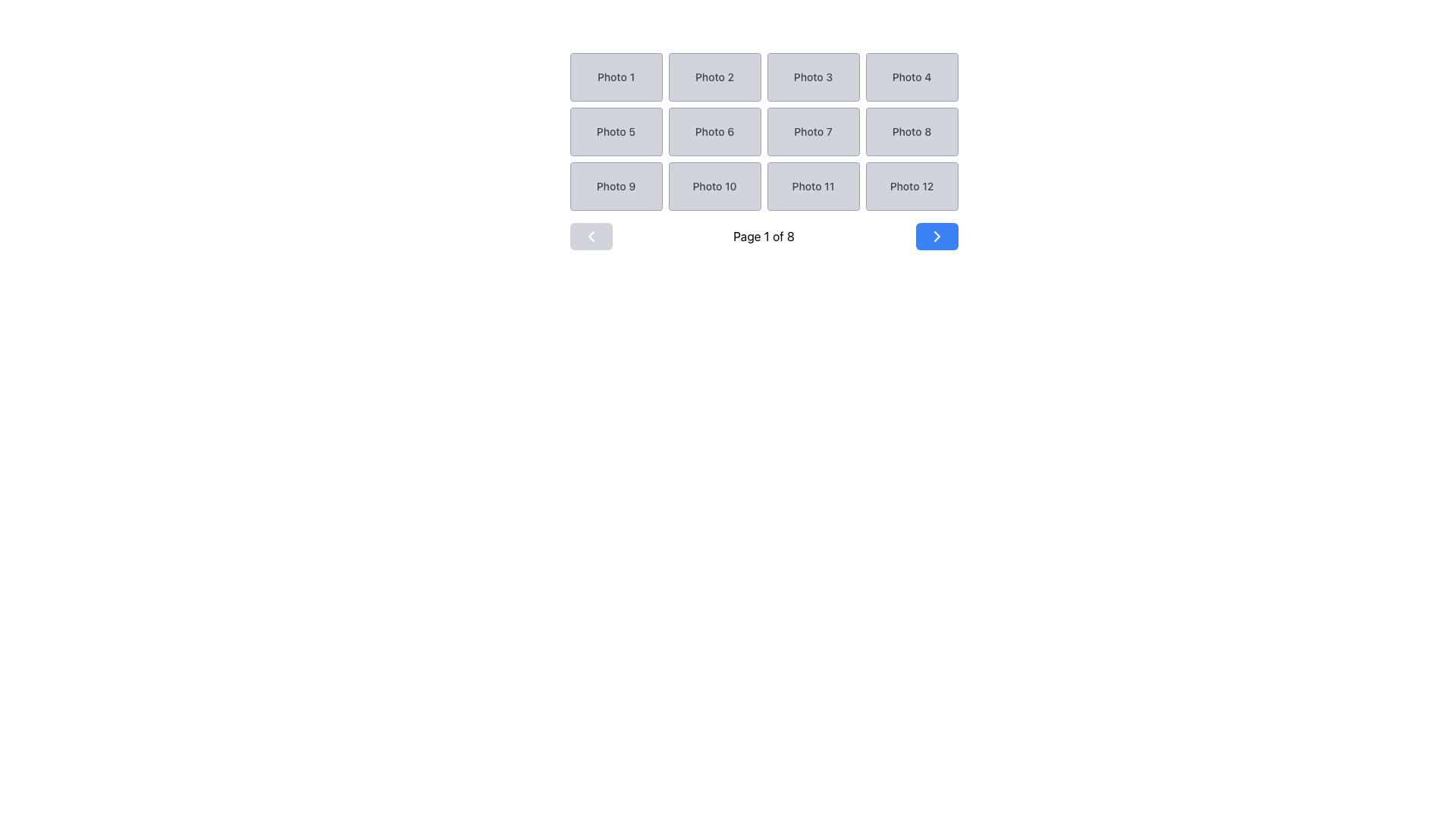 This screenshot has height=819, width=1456. Describe the element at coordinates (616, 77) in the screenshot. I see `the button representing 'Photo 1', located in the upper-left corner of a 4x3 grid layout` at that location.